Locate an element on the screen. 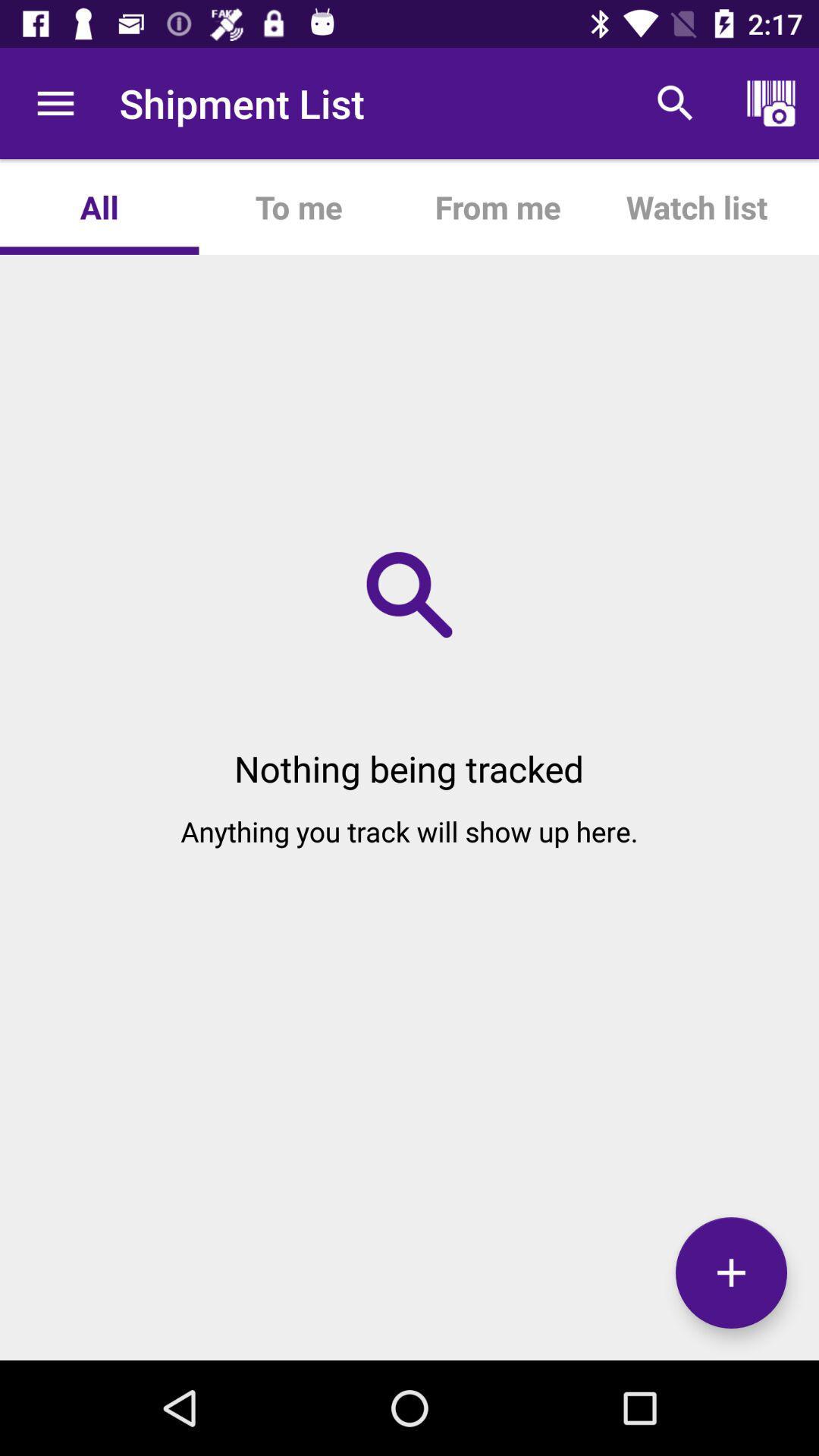 This screenshot has width=819, height=1456. the icon to the left of the from me app is located at coordinates (298, 206).